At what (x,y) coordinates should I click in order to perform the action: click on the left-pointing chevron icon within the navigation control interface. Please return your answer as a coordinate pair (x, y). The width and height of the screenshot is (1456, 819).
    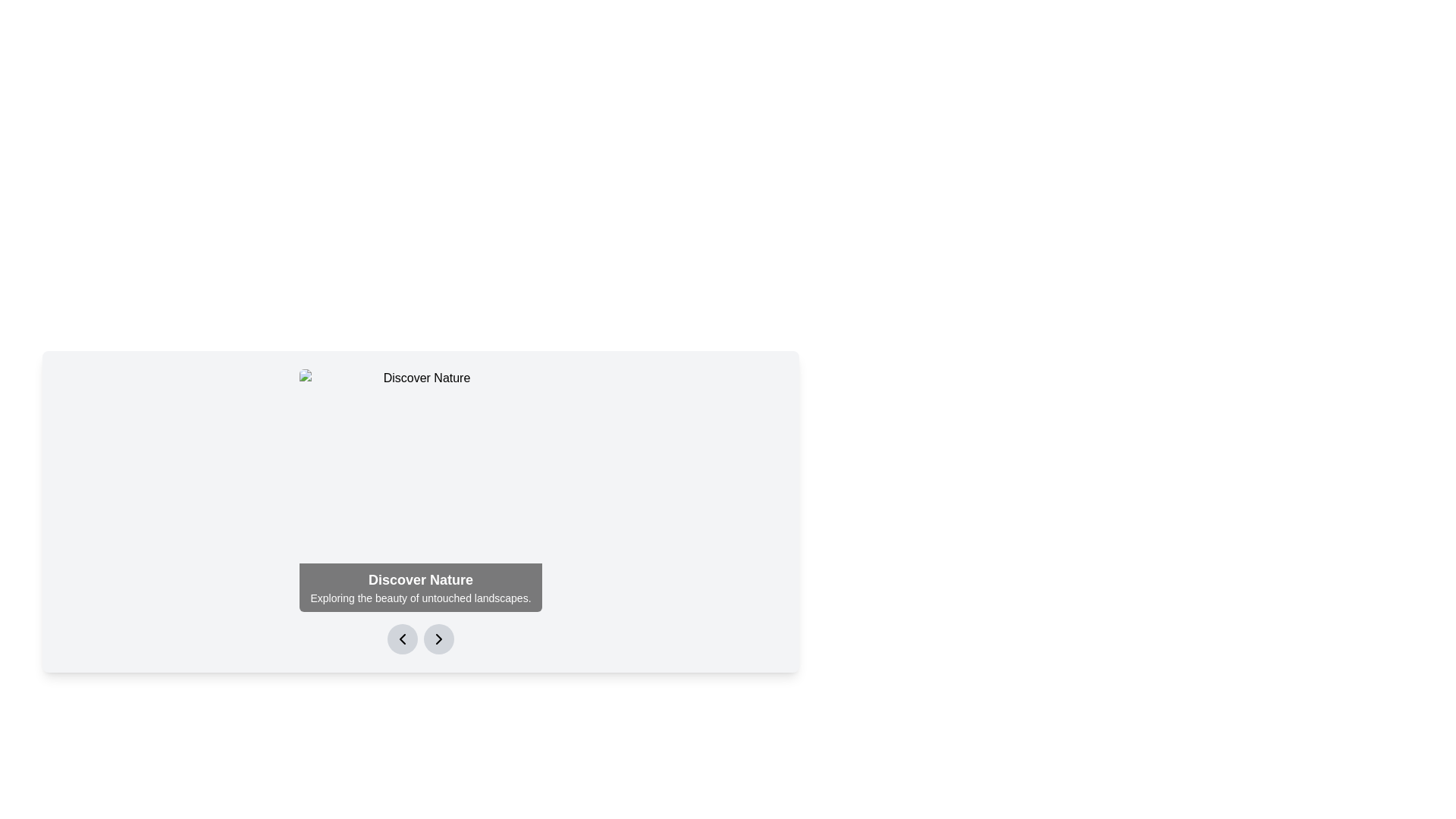
    Looking at the image, I should click on (403, 639).